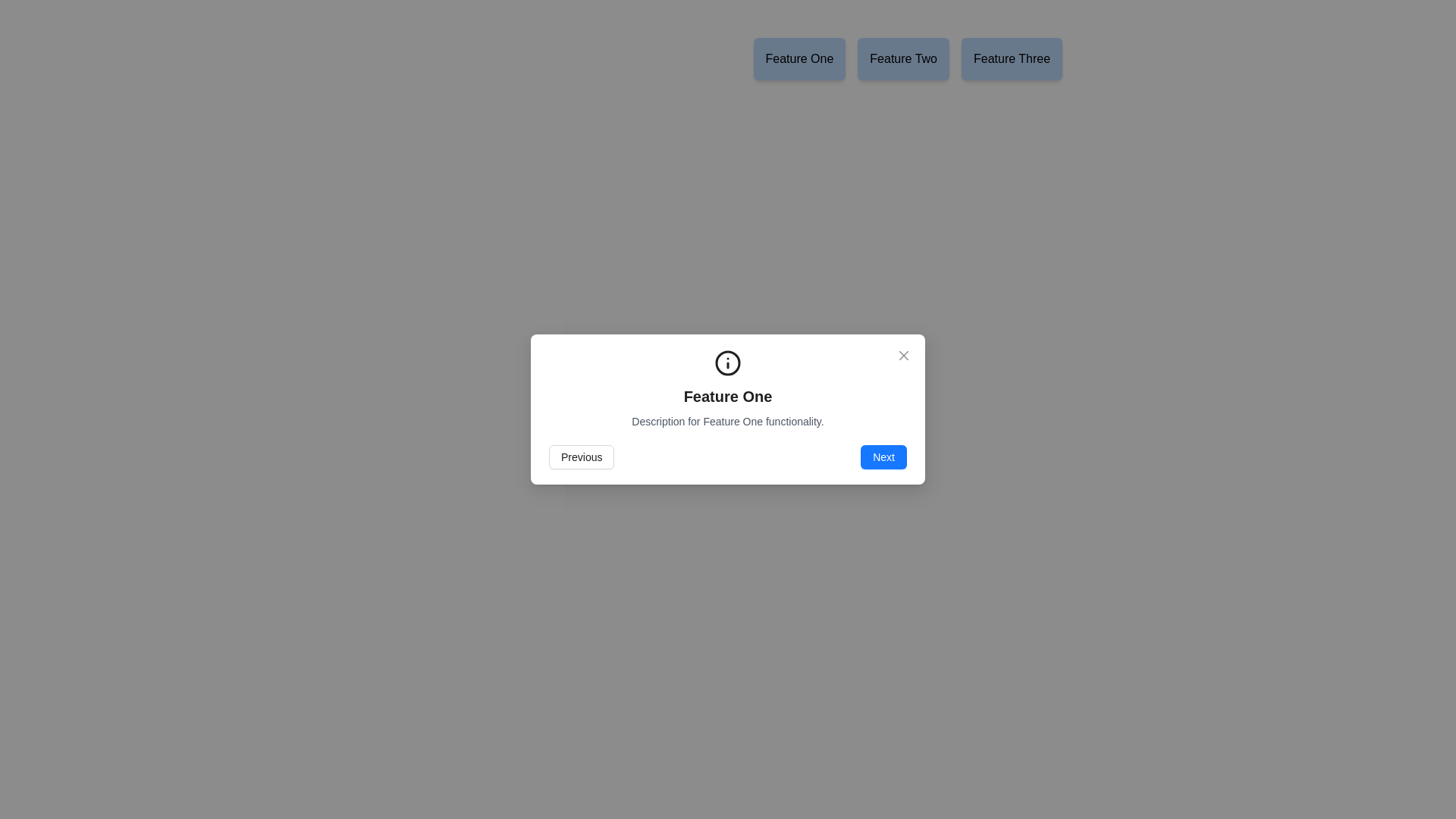 The height and width of the screenshot is (819, 1456). What do you see at coordinates (799, 58) in the screenshot?
I see `the blue rectangular button labeled 'Feature One' located at the top-central area of the interface` at bounding box center [799, 58].